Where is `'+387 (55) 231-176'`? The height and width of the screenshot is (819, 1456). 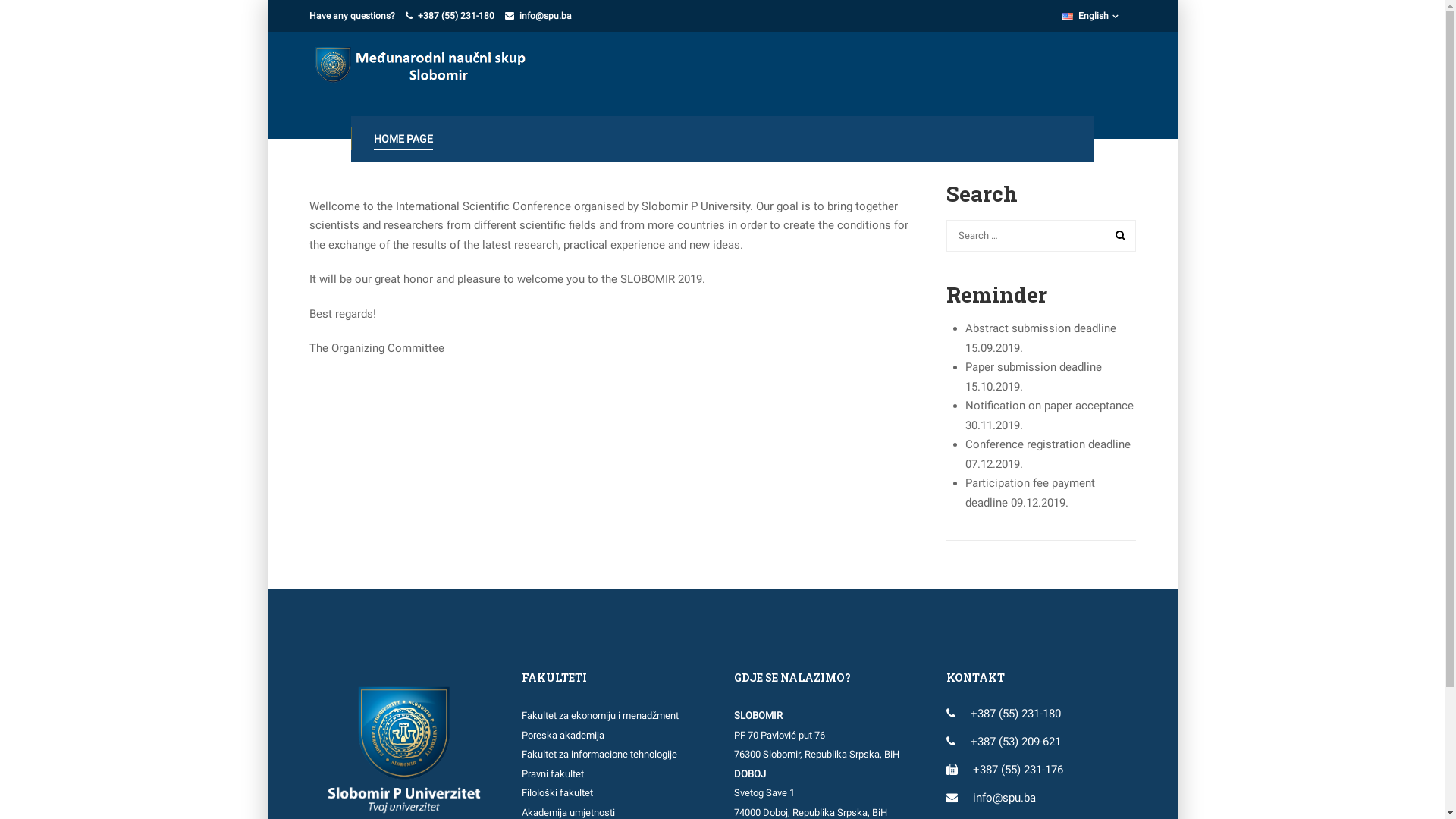 '+387 (55) 231-176' is located at coordinates (971, 769).